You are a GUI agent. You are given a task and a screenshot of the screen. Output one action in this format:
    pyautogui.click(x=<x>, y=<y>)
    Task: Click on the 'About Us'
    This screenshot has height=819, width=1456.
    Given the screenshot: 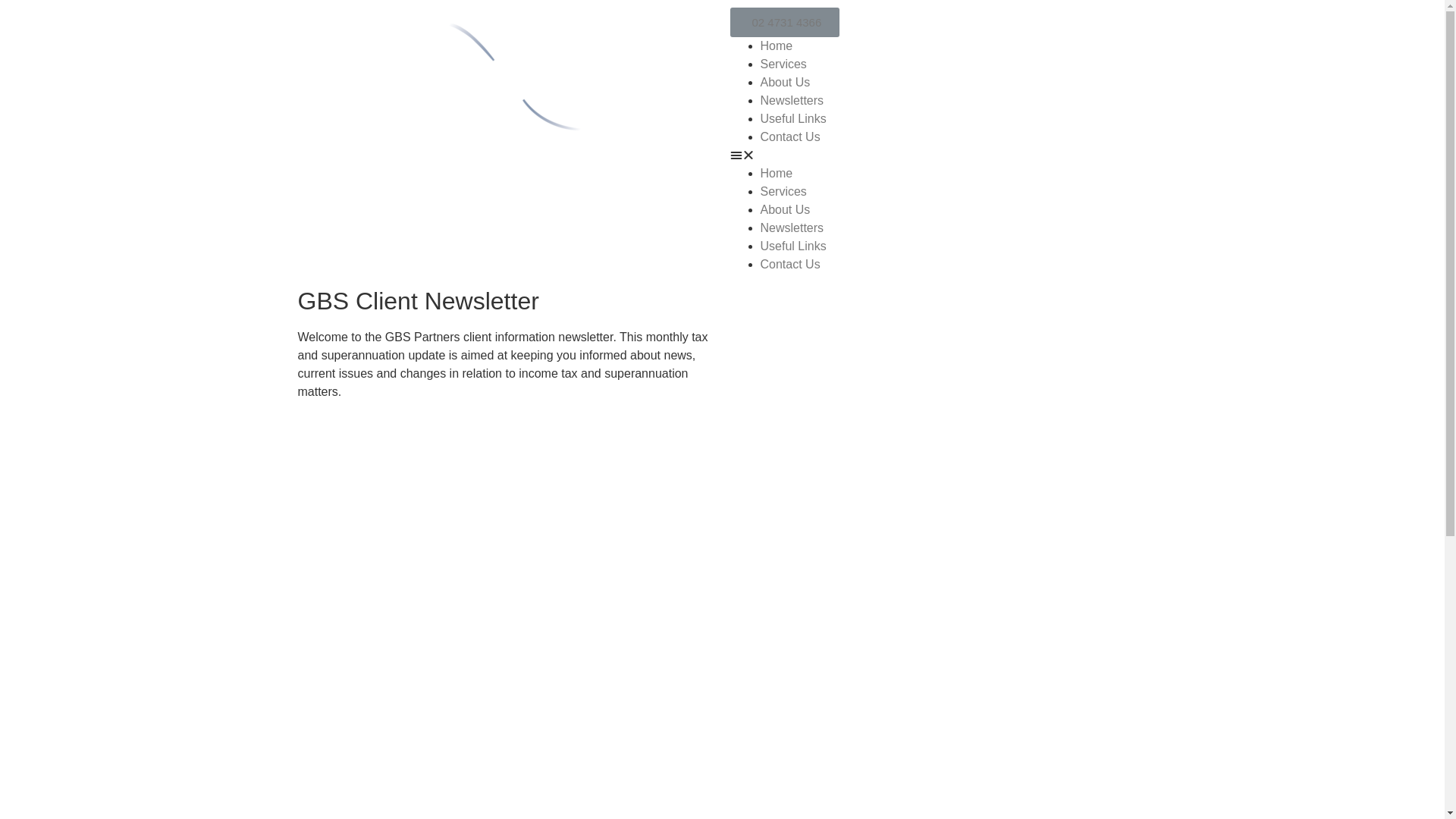 What is the action you would take?
    pyautogui.click(x=785, y=209)
    